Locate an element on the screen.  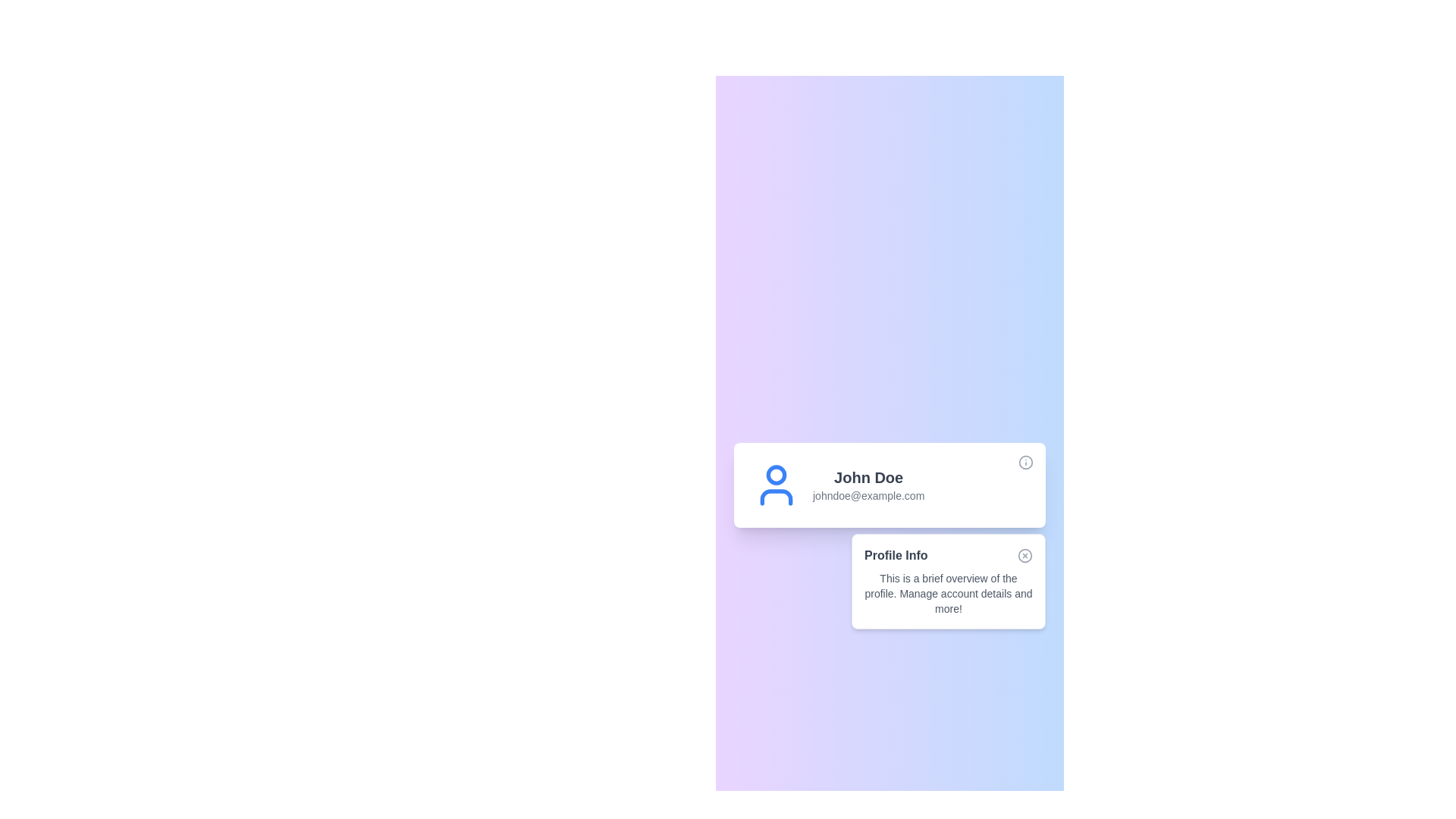
the static text displaying the user's name, which is located above the email 'johndoe@example.com' in the main card layout is located at coordinates (868, 476).